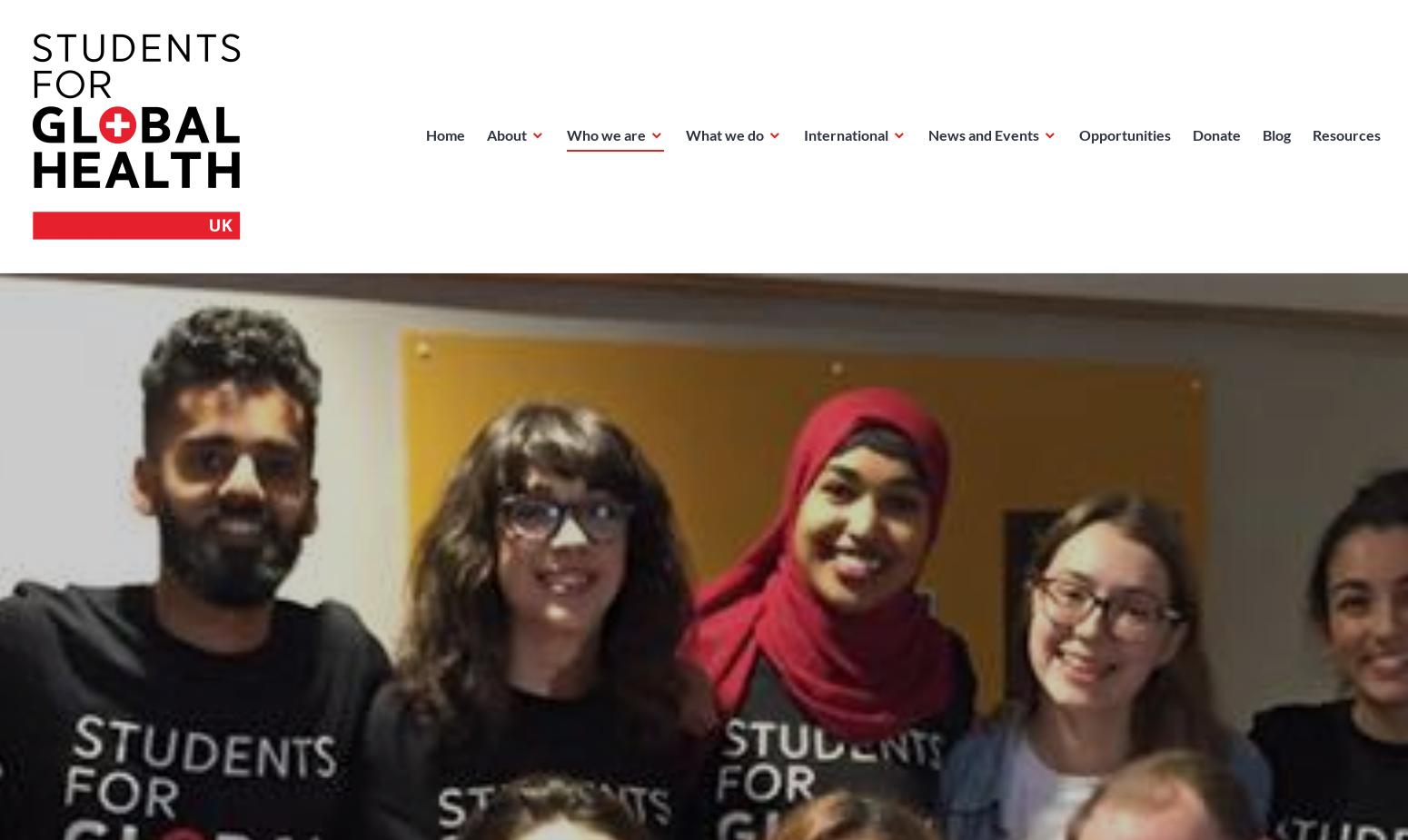  I want to click on 'Blog', so click(1275, 133).